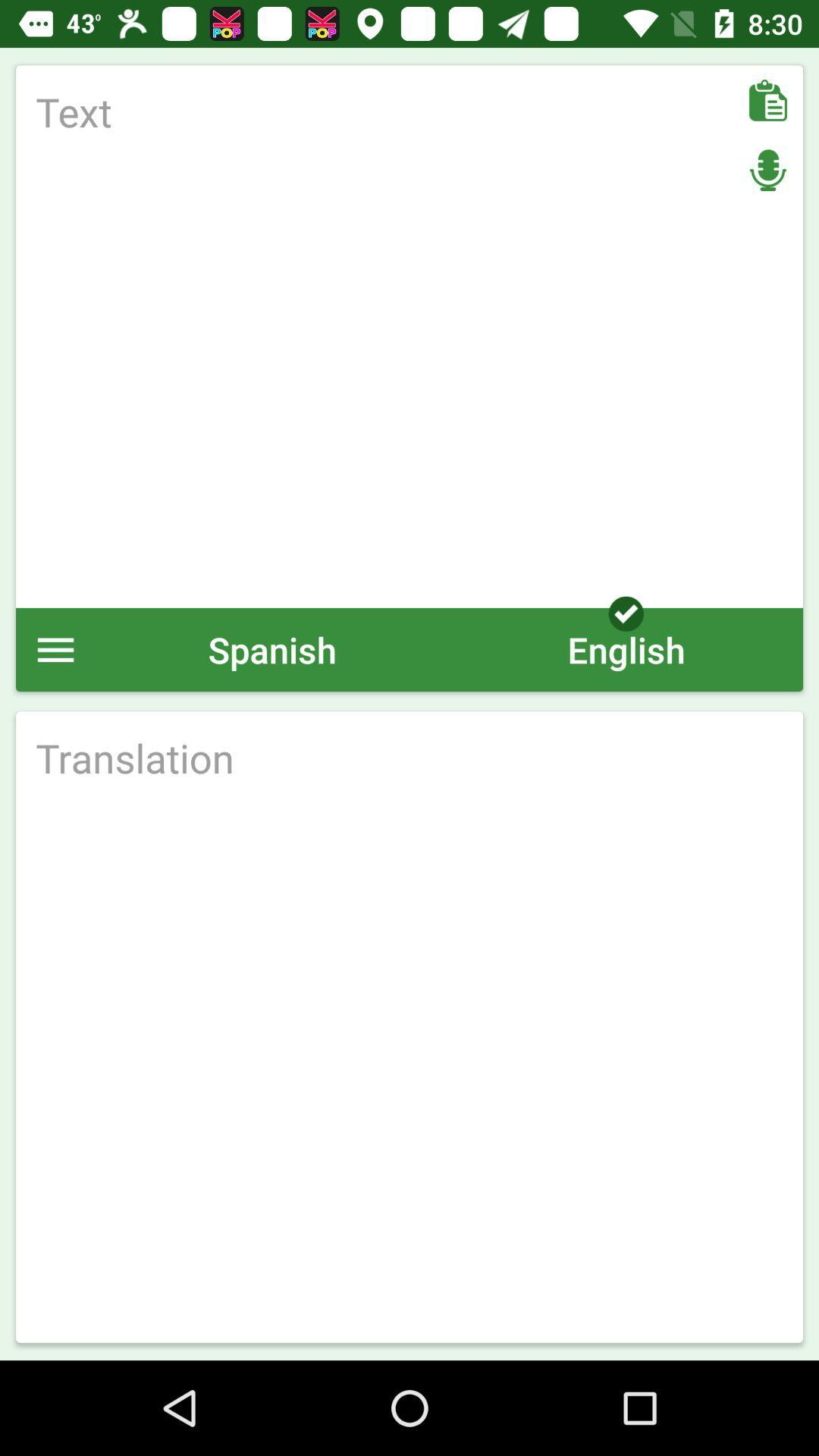  I want to click on text field, so click(409, 336).